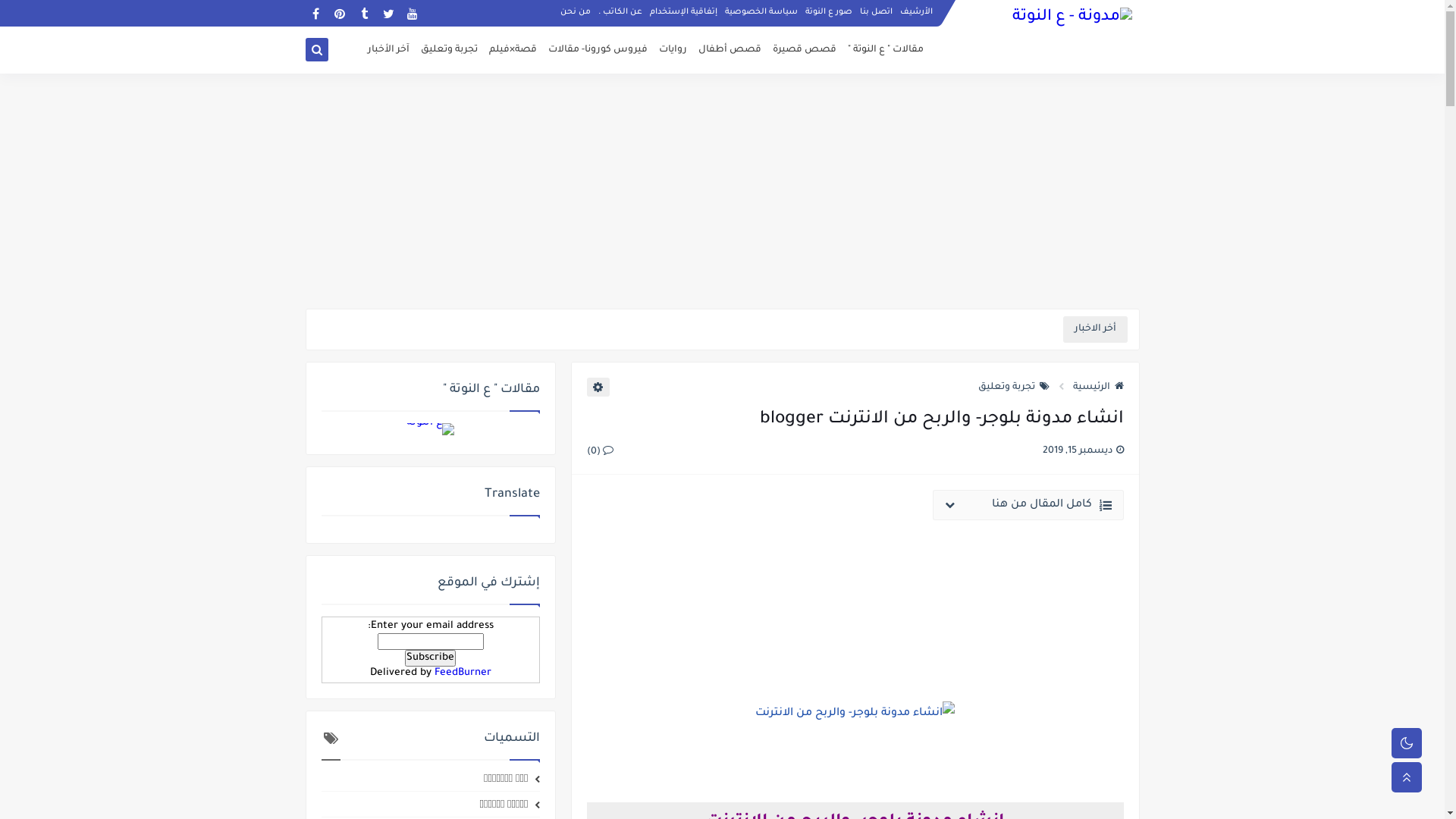 The height and width of the screenshot is (819, 1456). Describe the element at coordinates (378, 13) in the screenshot. I see `'twitter'` at that location.